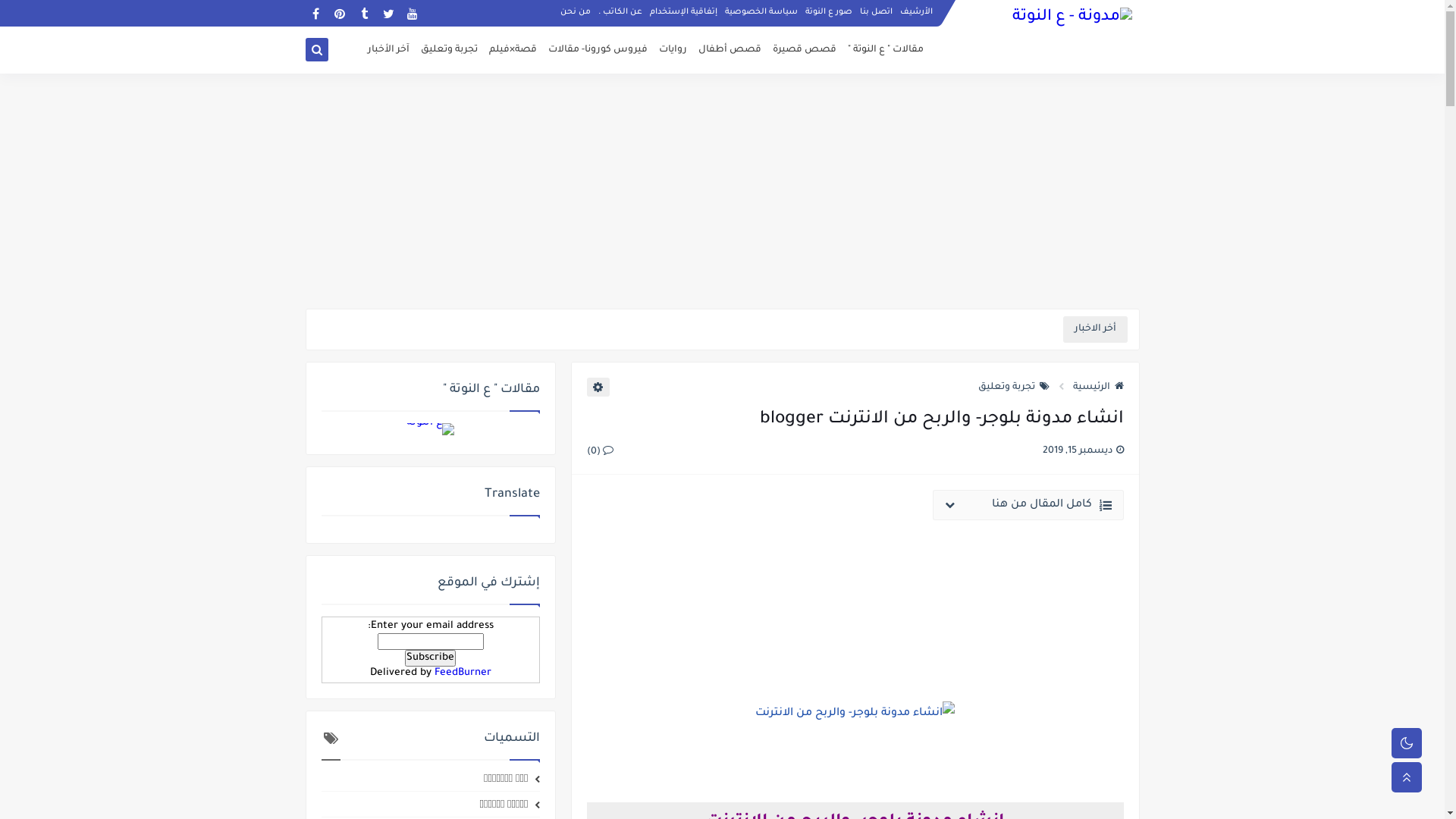 The height and width of the screenshot is (819, 1456). Describe the element at coordinates (378, 13) in the screenshot. I see `'twitter'` at that location.